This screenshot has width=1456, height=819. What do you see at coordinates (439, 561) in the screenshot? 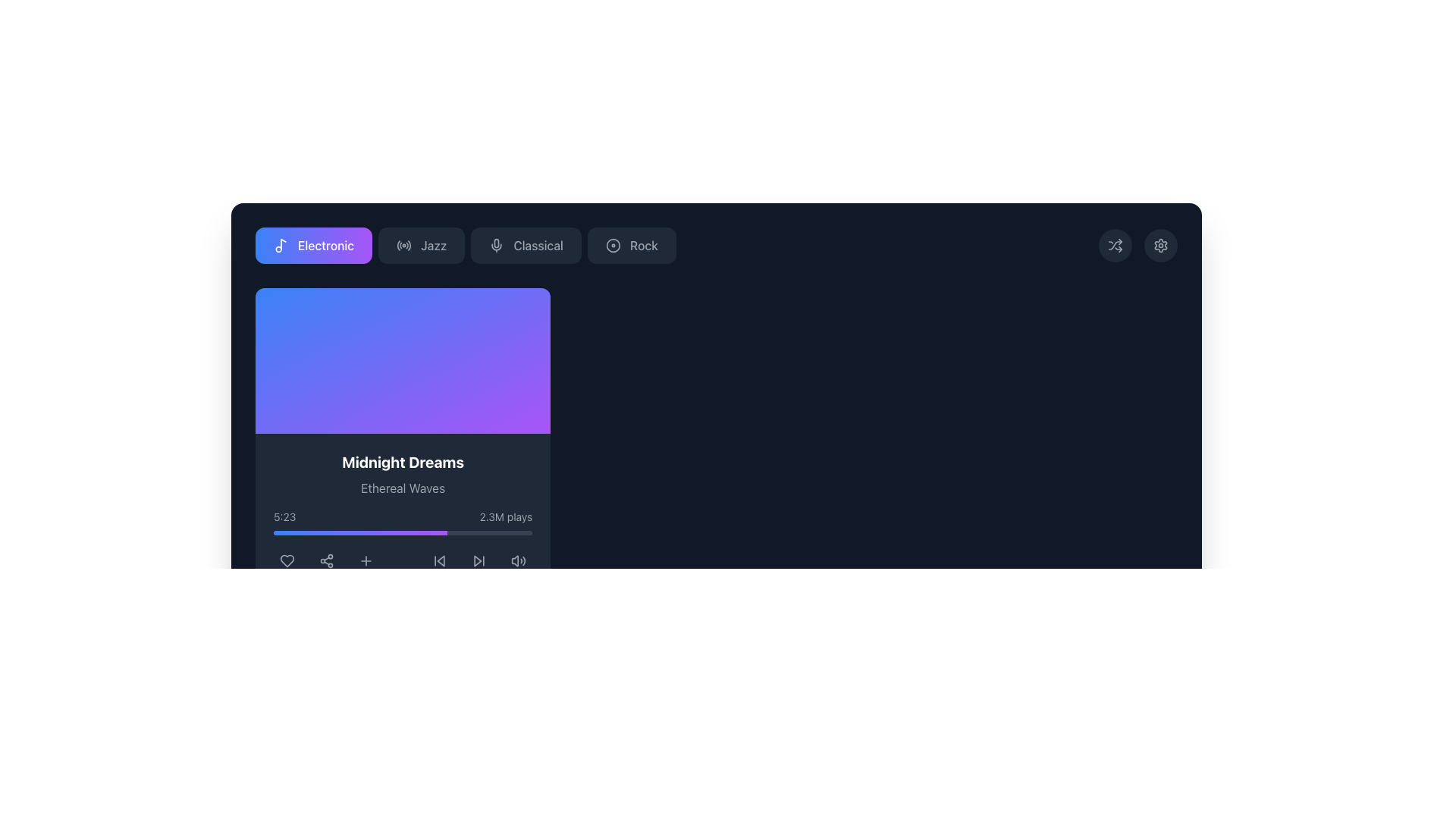
I see `the backward skip button, which features a minimalistic design with a thin white stroke line on a dark background, to skip to the previous track` at bounding box center [439, 561].